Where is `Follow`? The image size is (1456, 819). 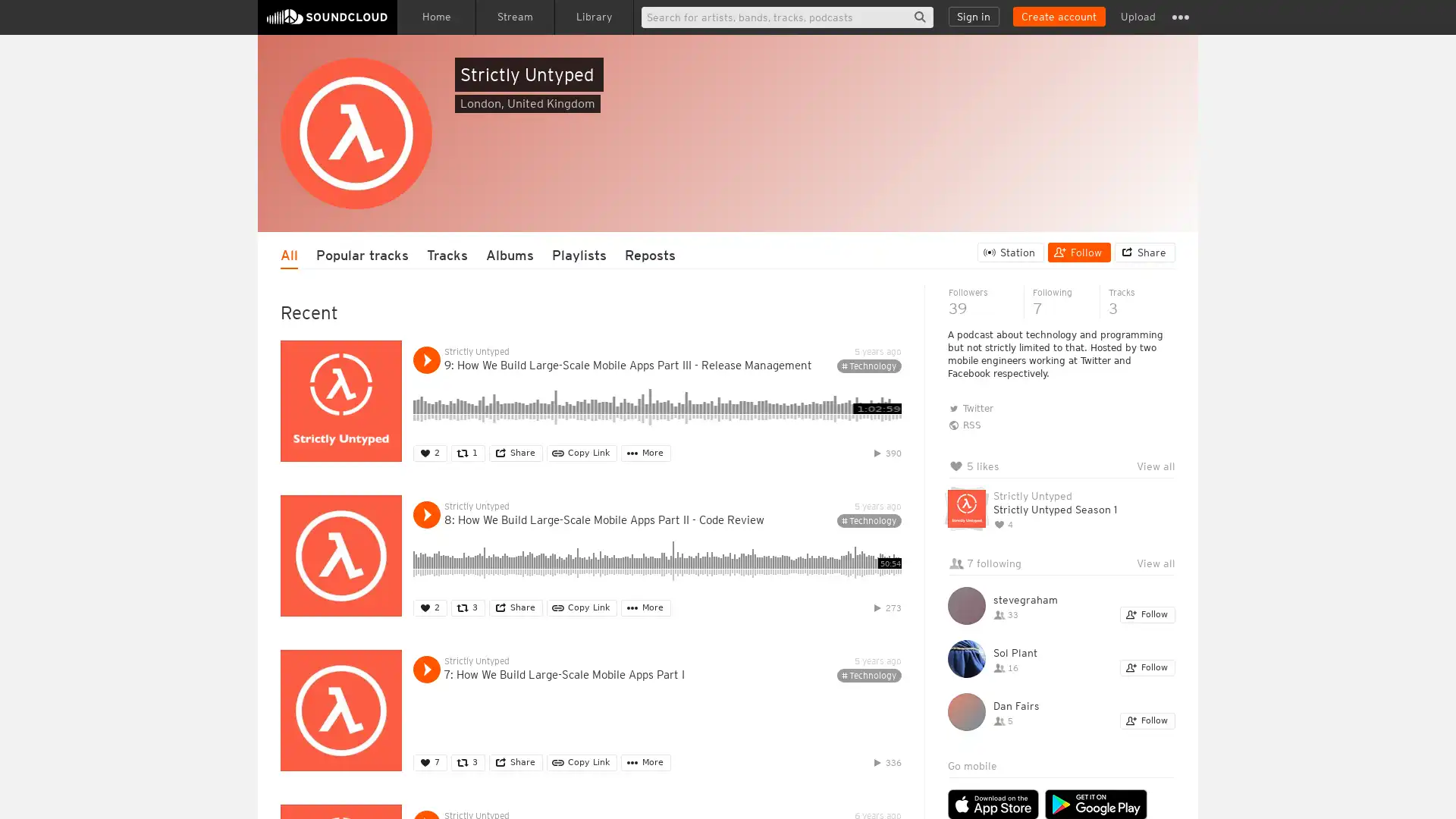
Follow is located at coordinates (1078, 251).